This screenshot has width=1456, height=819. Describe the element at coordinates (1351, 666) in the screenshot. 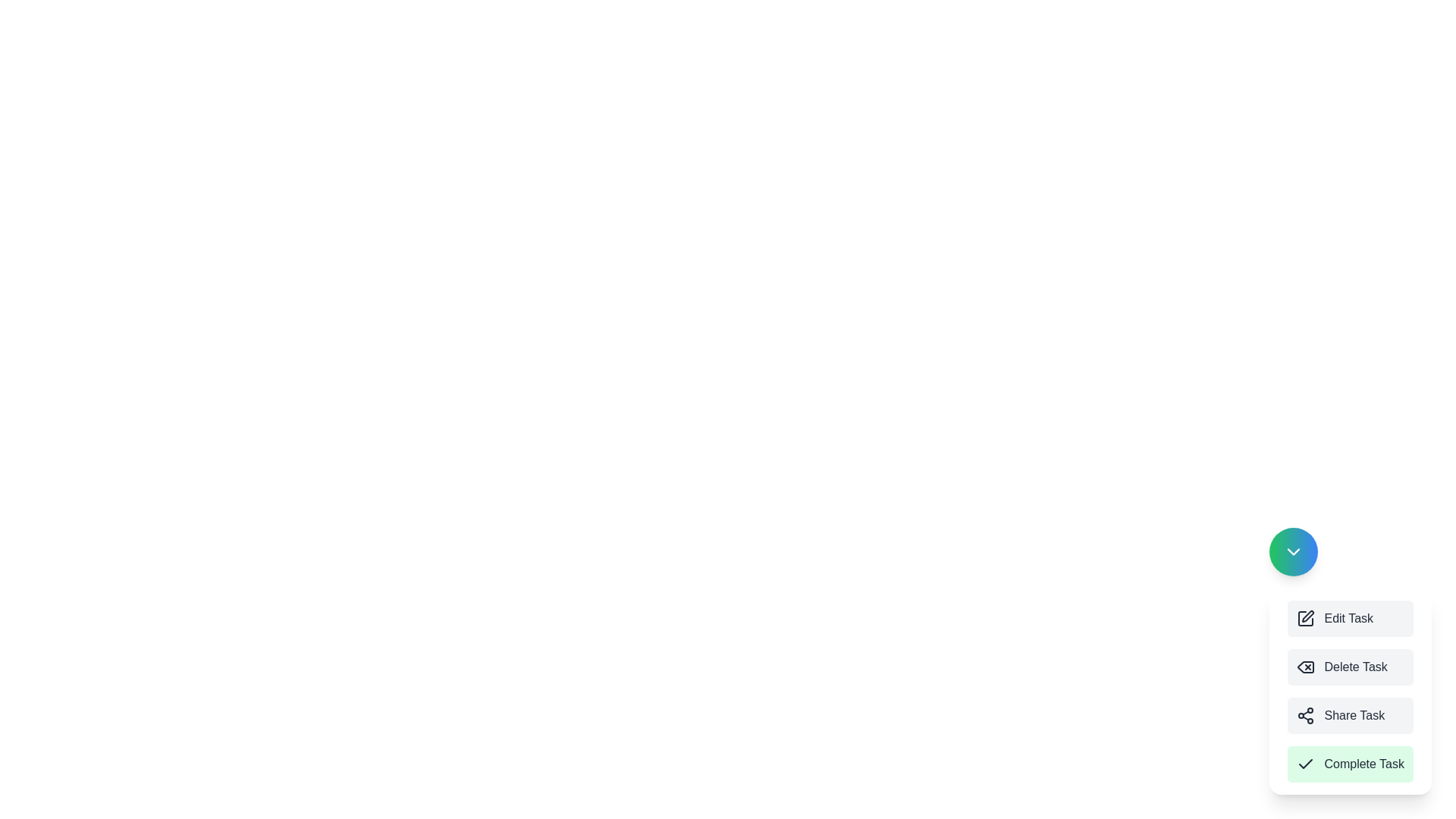

I see `the button labeled Delete Task to observe the hover effect` at that location.